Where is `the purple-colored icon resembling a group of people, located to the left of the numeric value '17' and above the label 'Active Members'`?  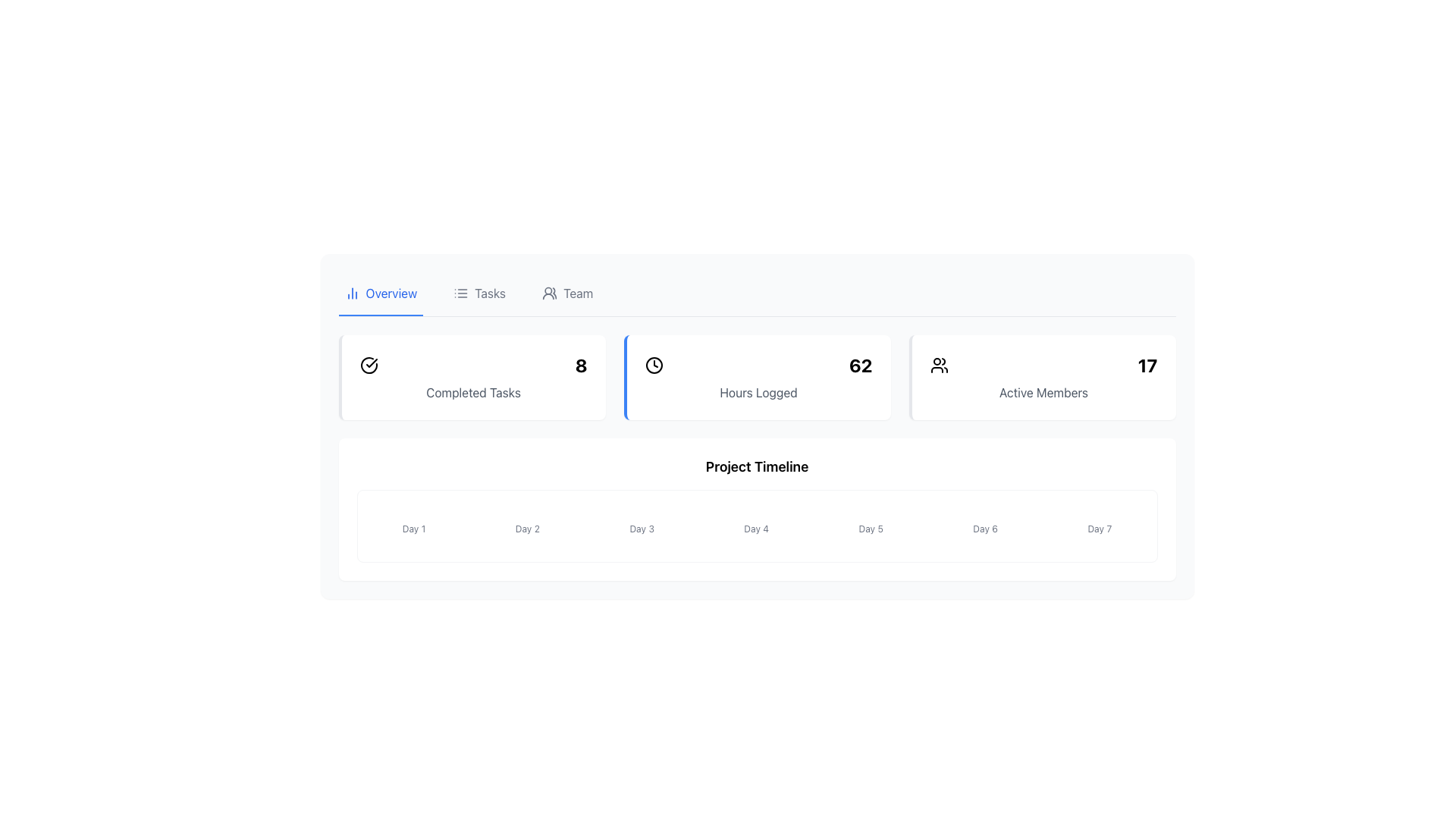 the purple-colored icon resembling a group of people, located to the left of the numeric value '17' and above the label 'Active Members' is located at coordinates (938, 366).